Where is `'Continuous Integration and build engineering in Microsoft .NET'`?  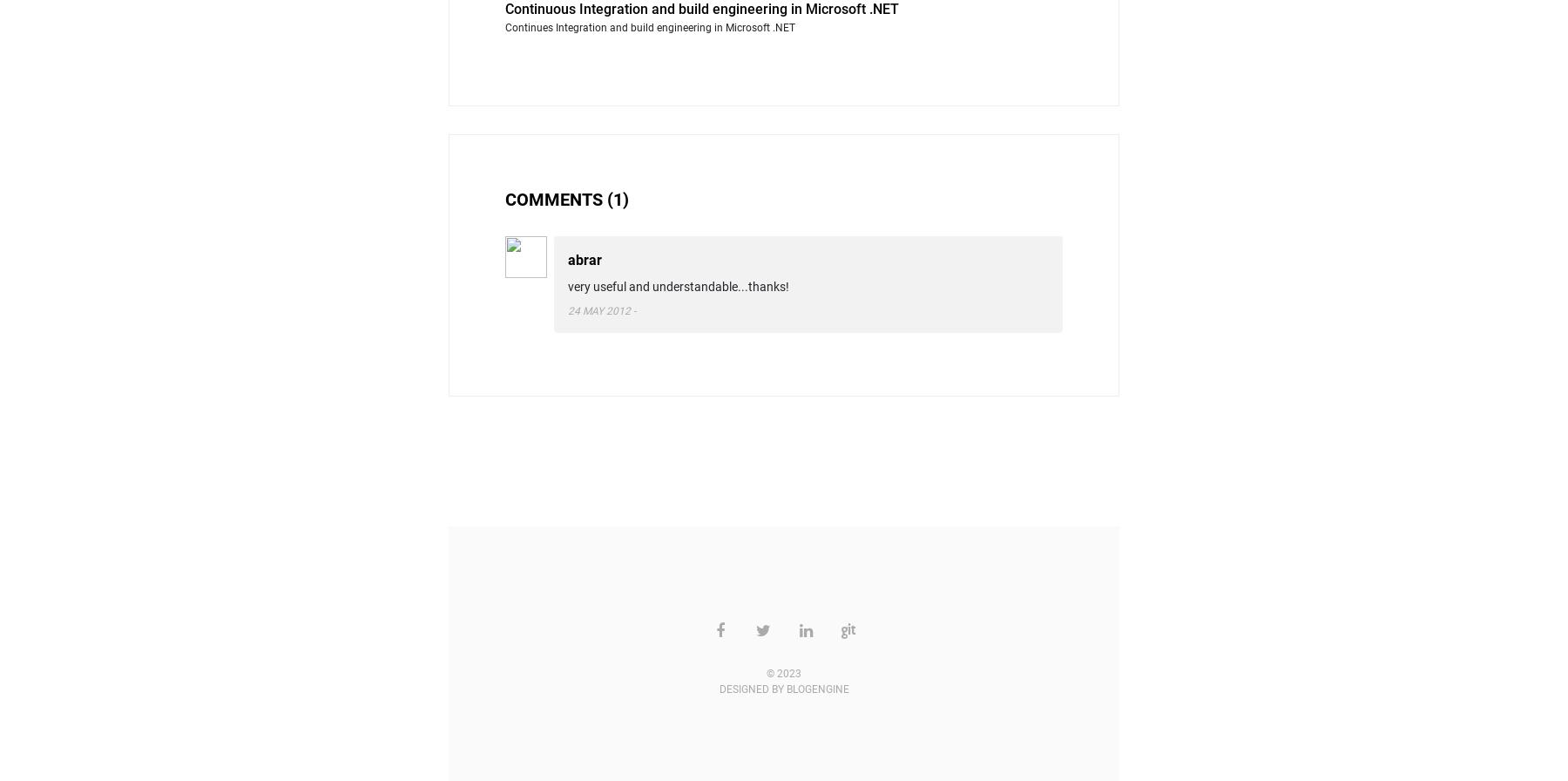 'Continuous Integration and build engineering in Microsoft .NET' is located at coordinates (702, 8).